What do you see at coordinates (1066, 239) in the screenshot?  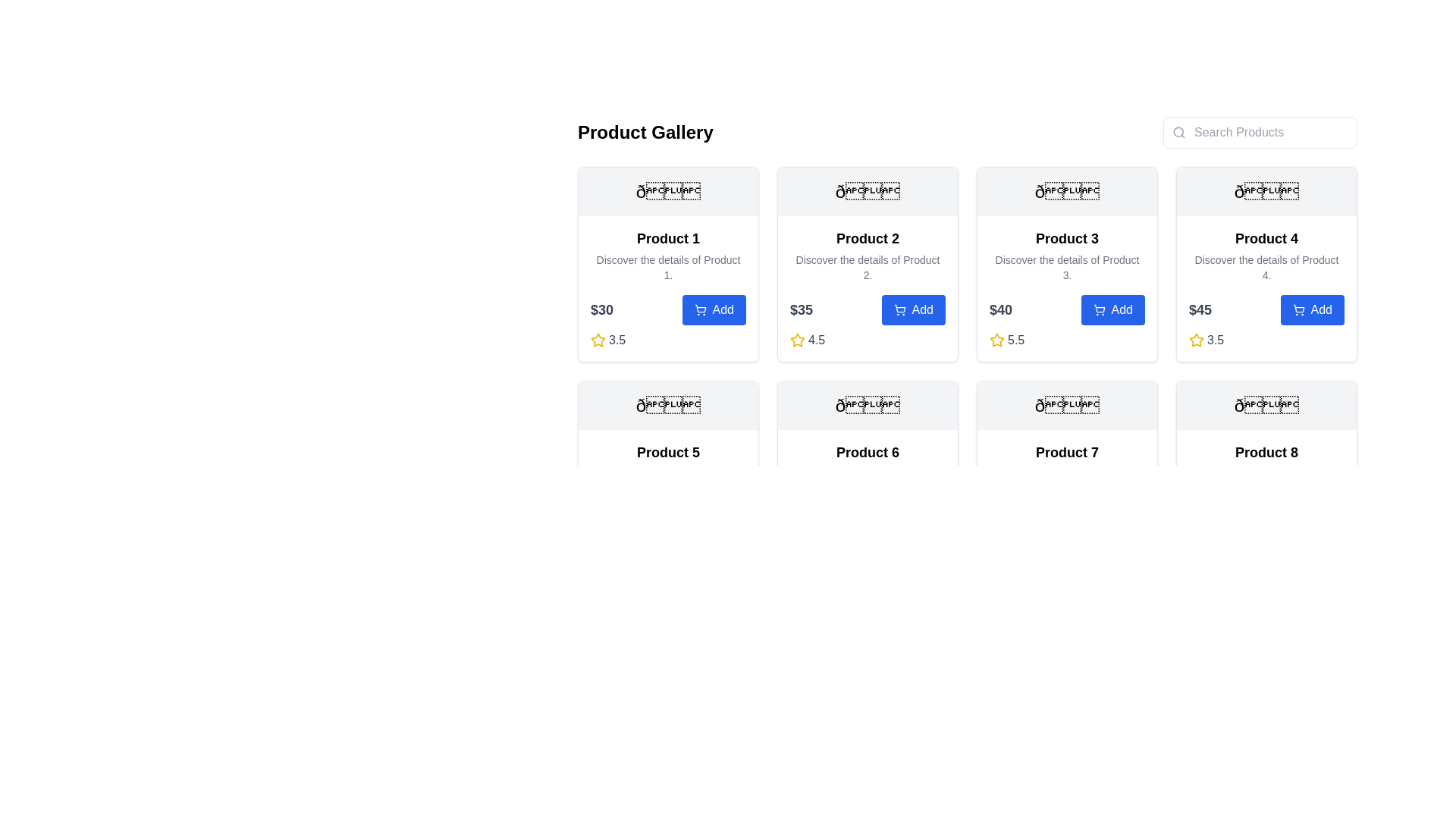 I see `the bold text label/header that displays 'Product 3', which is centrally placed in the third card of the grid layout` at bounding box center [1066, 239].